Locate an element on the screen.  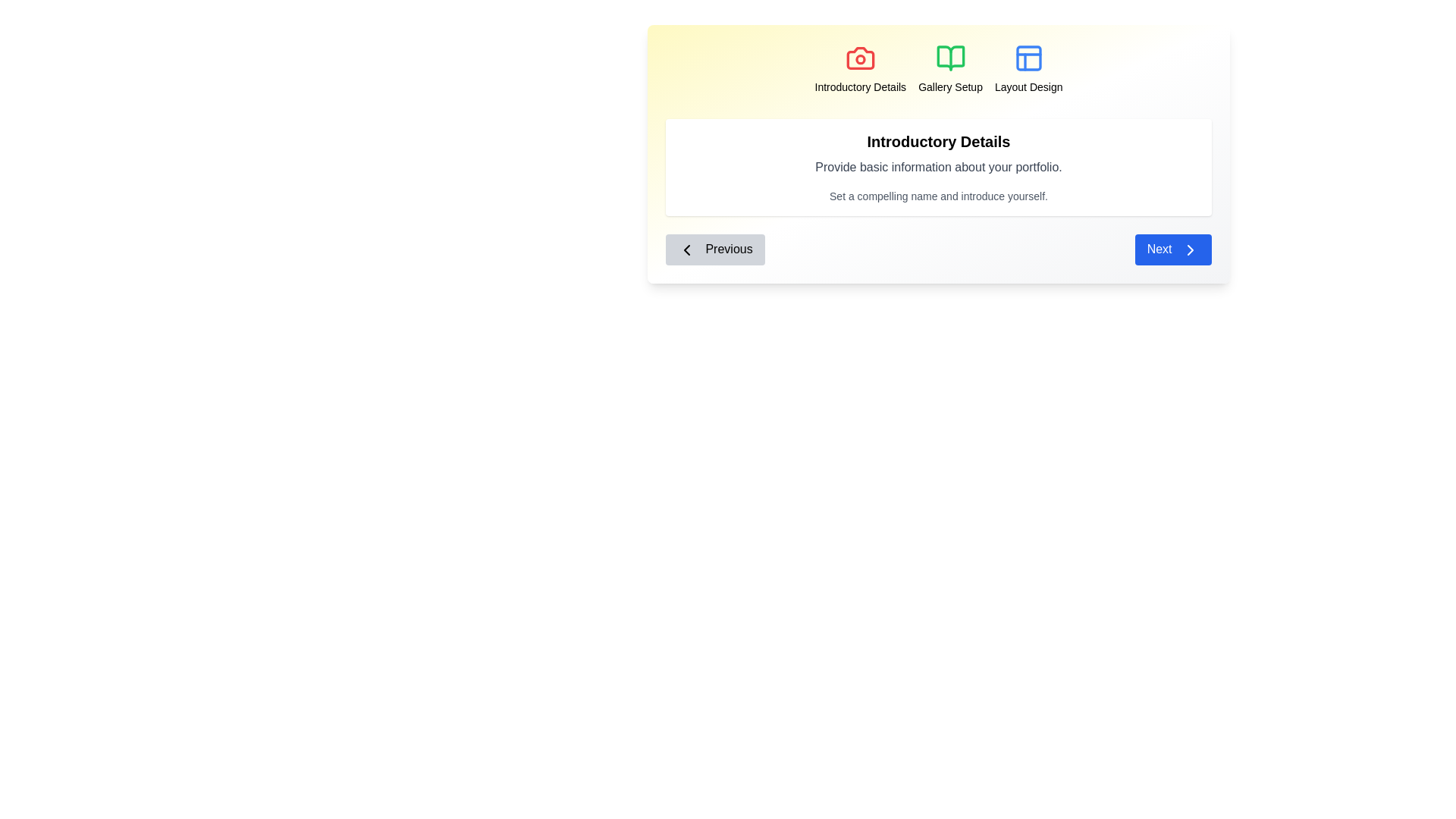
the rectangular 'Next' button with a blue background and white text to proceed is located at coordinates (1172, 249).